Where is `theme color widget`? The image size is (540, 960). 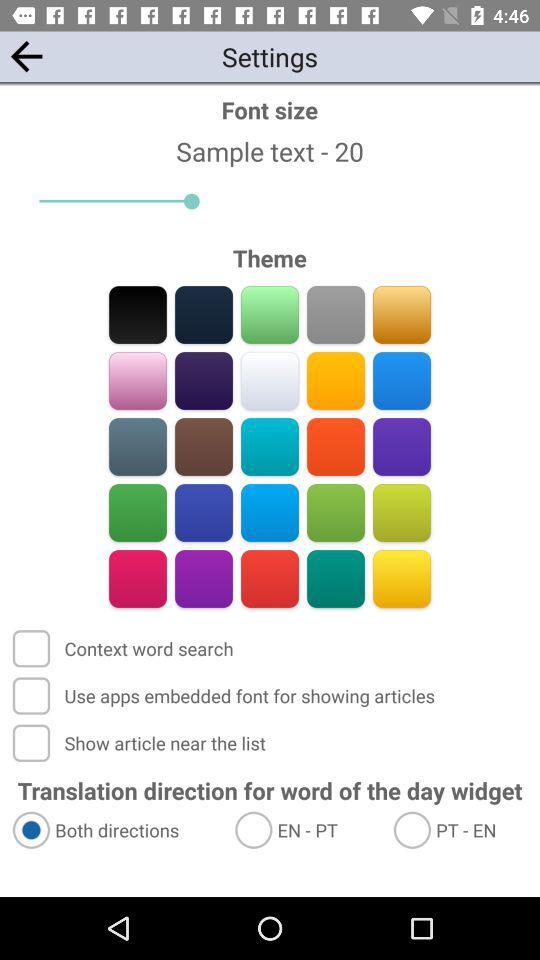
theme color widget is located at coordinates (270, 314).